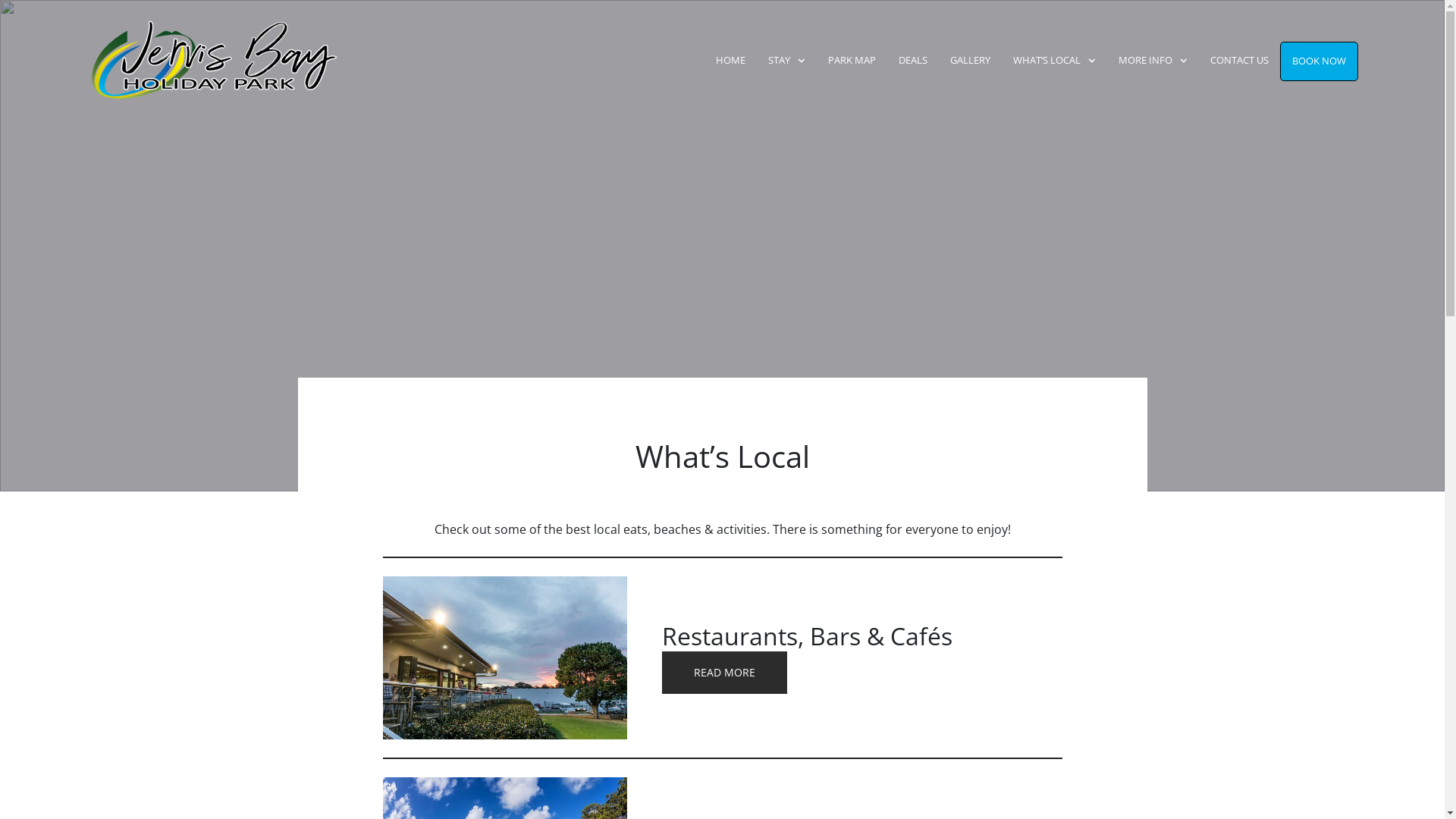 The width and height of the screenshot is (1456, 819). I want to click on 'HOME', so click(730, 60).